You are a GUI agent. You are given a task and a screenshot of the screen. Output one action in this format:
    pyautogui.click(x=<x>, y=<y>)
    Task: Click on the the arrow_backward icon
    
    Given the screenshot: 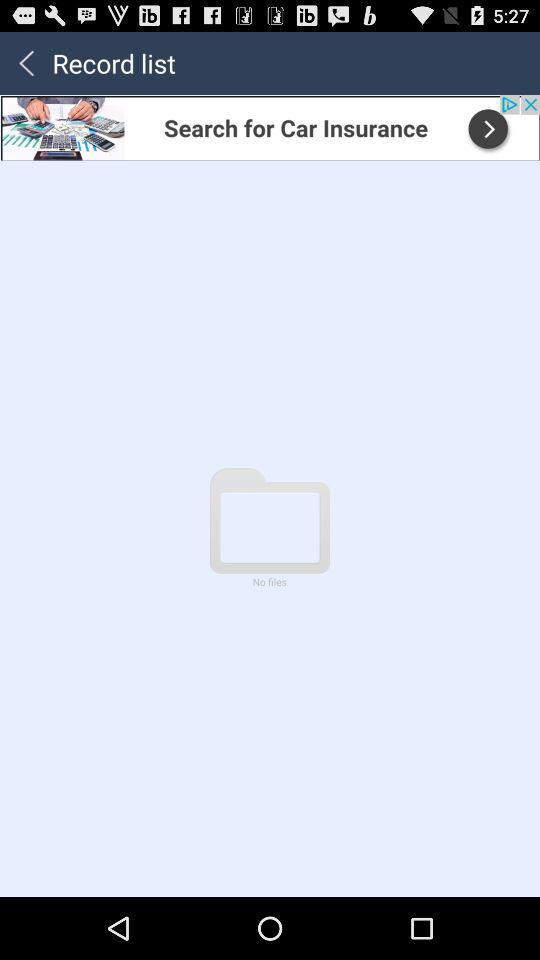 What is the action you would take?
    pyautogui.click(x=25, y=67)
    